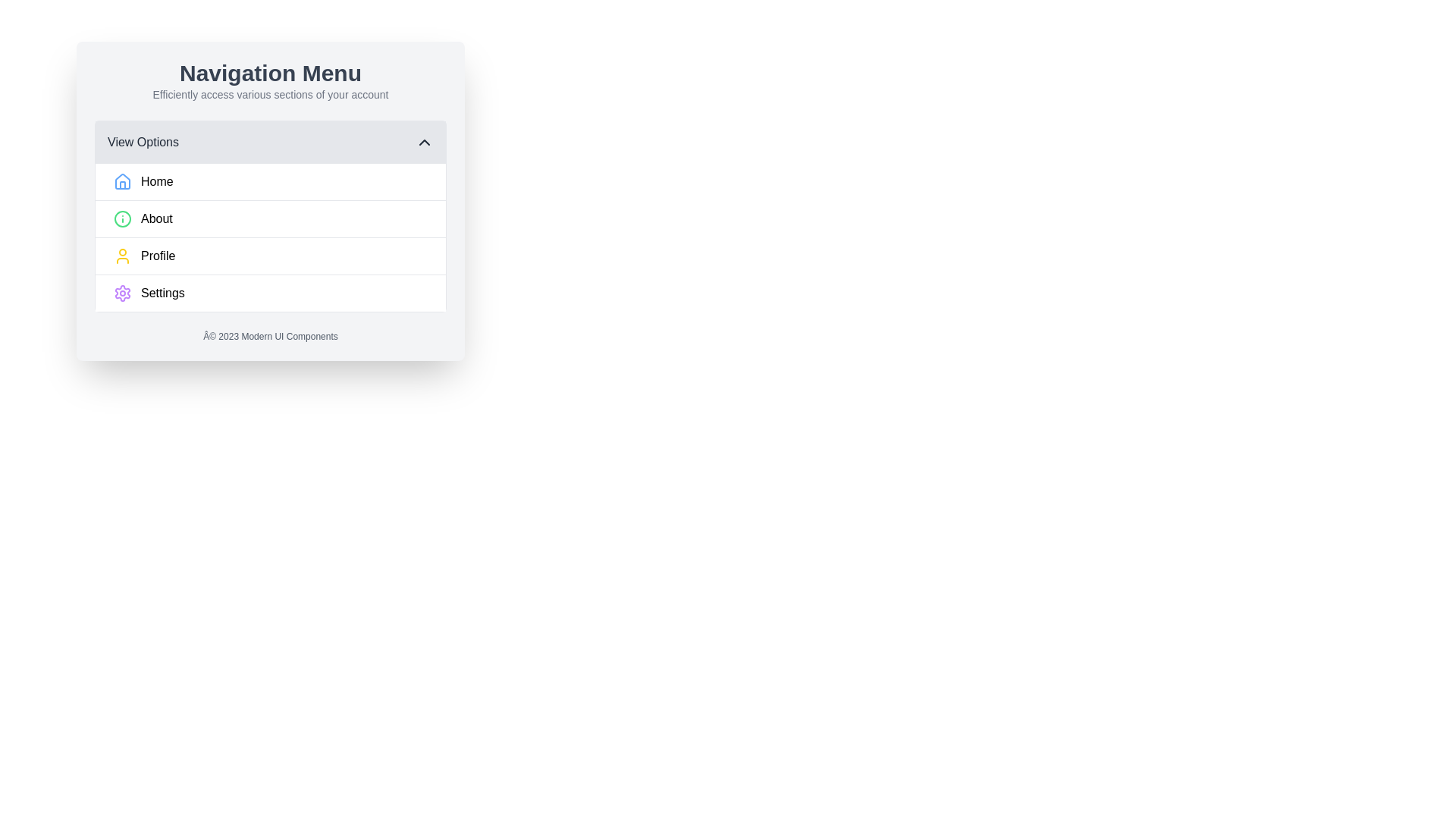  Describe the element at coordinates (123, 293) in the screenshot. I see `the gear icon representing settings, which is styled in purple and located next to the 'Settings' label in the navigation menu` at that location.